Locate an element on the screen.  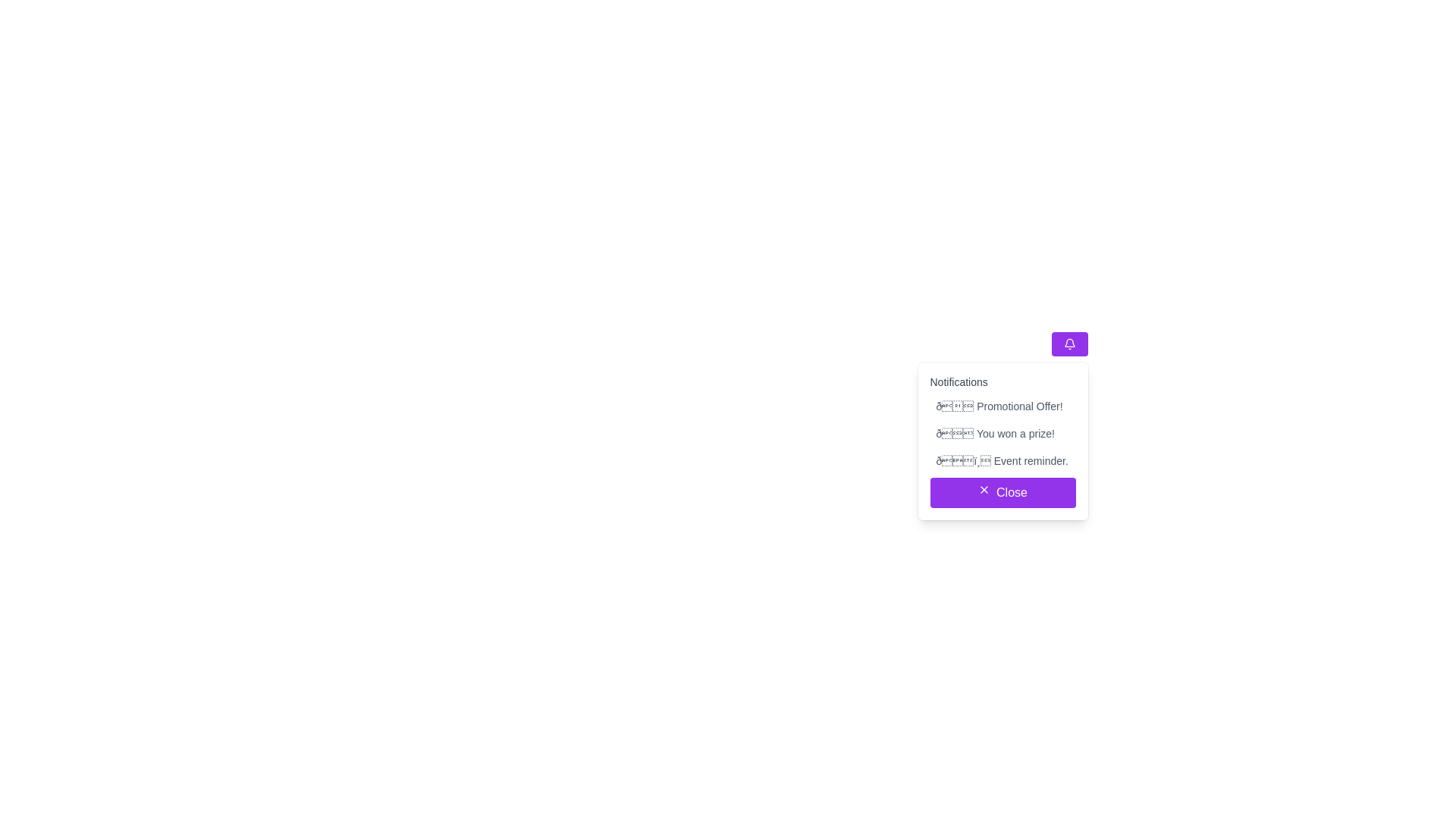
the 'X' icon located on the left side of the 'Close' text within the purple rectangular button at the bottom of the notification card is located at coordinates (984, 489).